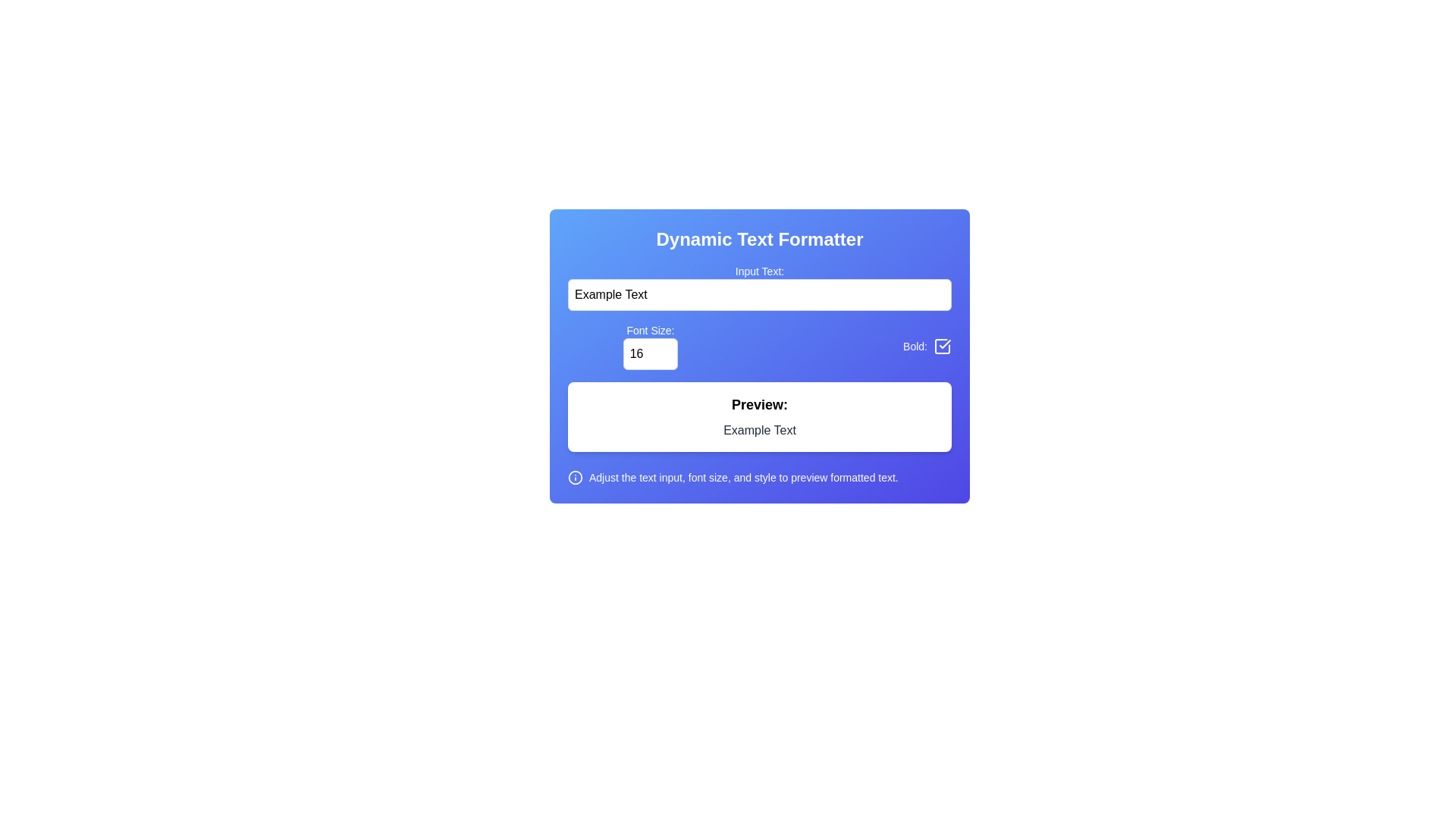 The height and width of the screenshot is (819, 1456). What do you see at coordinates (760, 271) in the screenshot?
I see `text label 'Input Text:' which is styled in bold, white font and positioned at the top-left area of the input field` at bounding box center [760, 271].